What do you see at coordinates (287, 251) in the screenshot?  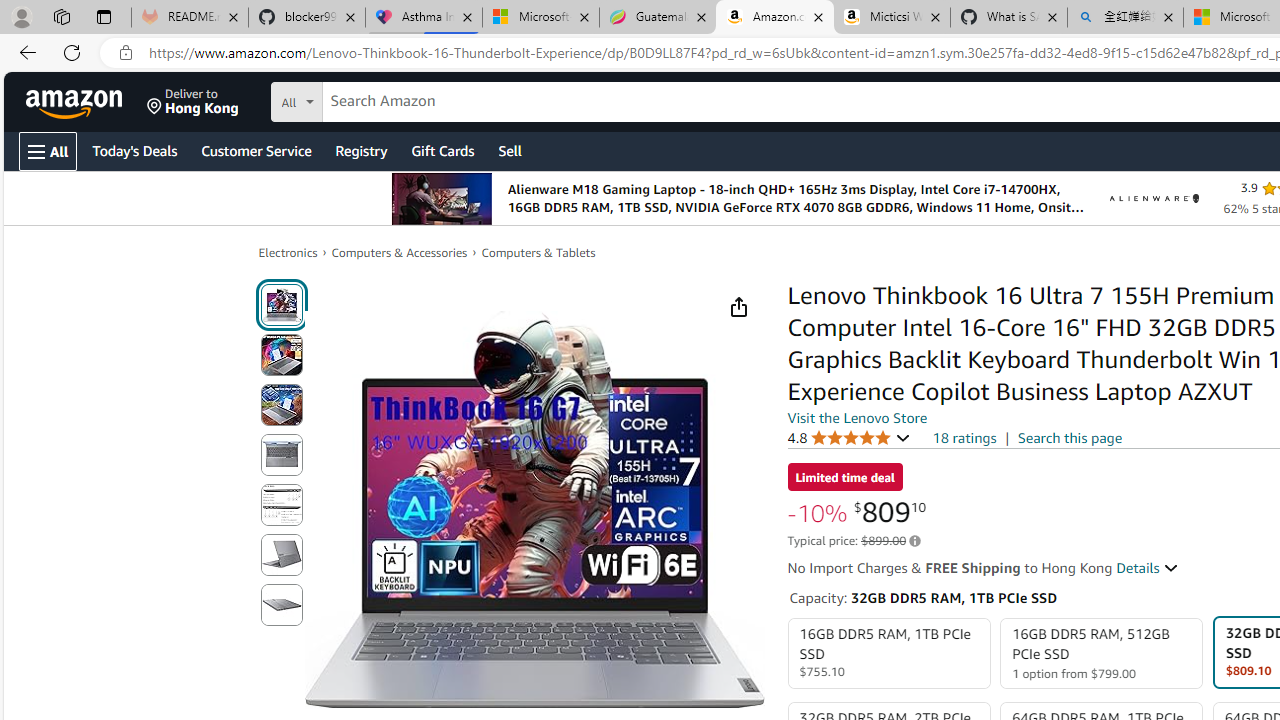 I see `'Electronics'` at bounding box center [287, 251].